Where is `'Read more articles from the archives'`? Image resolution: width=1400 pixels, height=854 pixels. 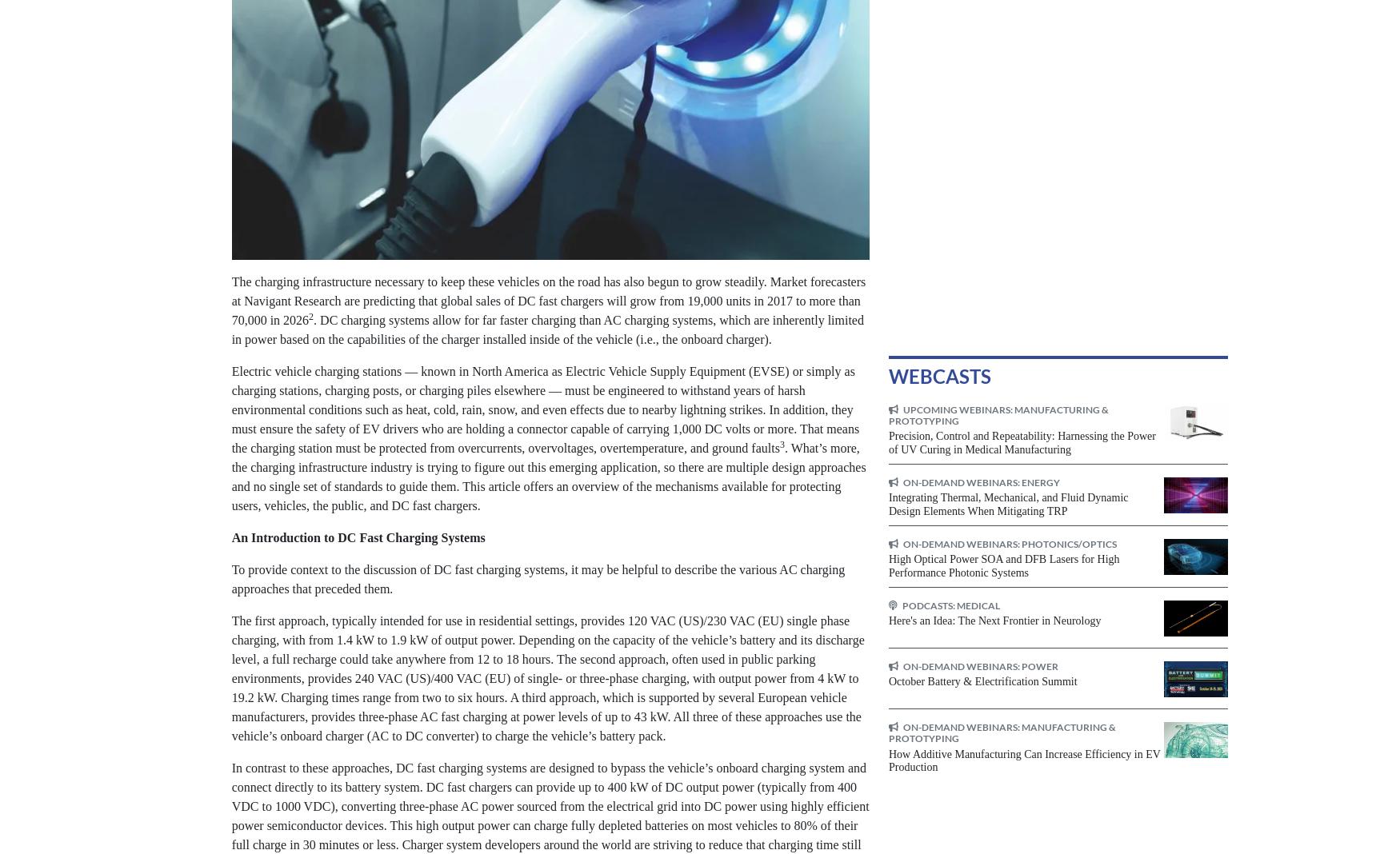
'Read more articles from the archives' is located at coordinates (659, 88).